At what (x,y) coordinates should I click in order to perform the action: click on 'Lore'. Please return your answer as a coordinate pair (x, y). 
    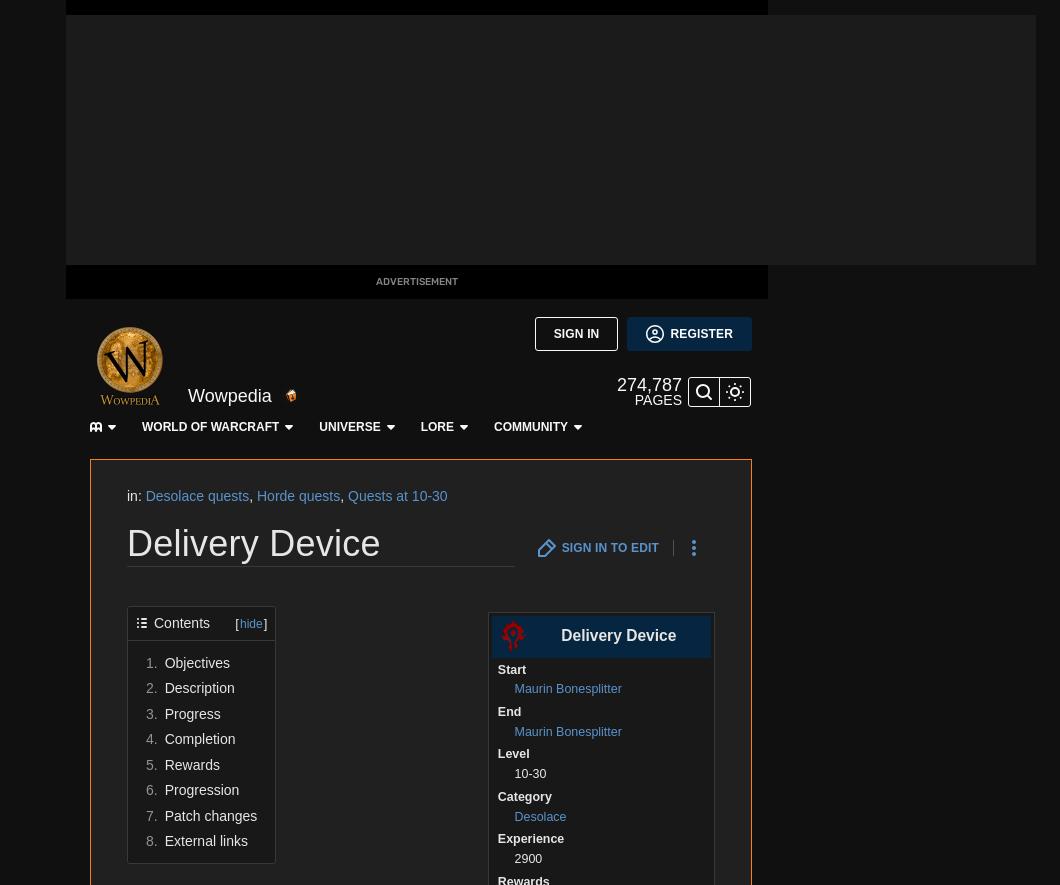
    Looking at the image, I should click on (327, 22).